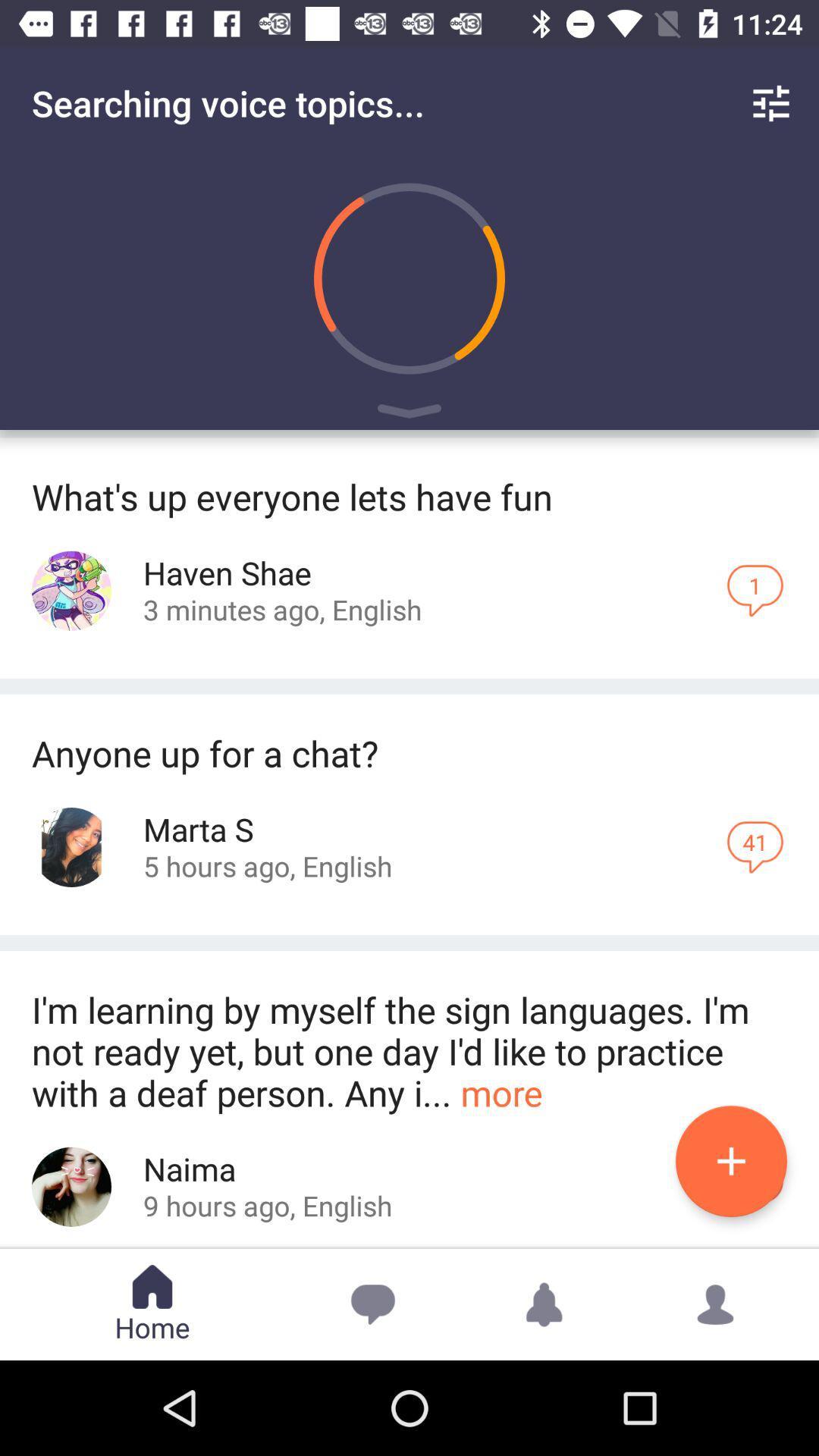  What do you see at coordinates (71, 846) in the screenshot?
I see `open user profile` at bounding box center [71, 846].